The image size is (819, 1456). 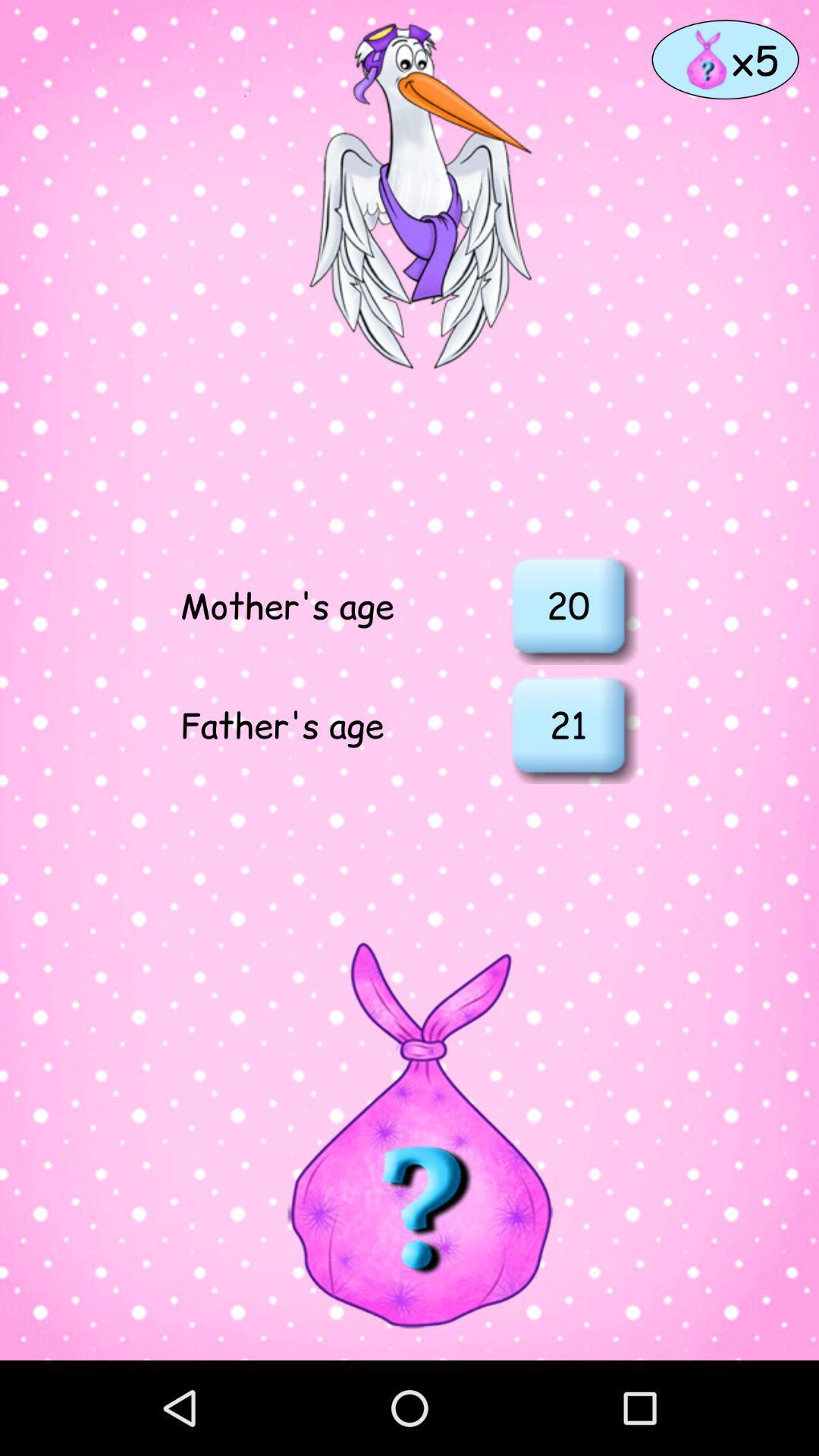 I want to click on the 21, so click(x=568, y=723).